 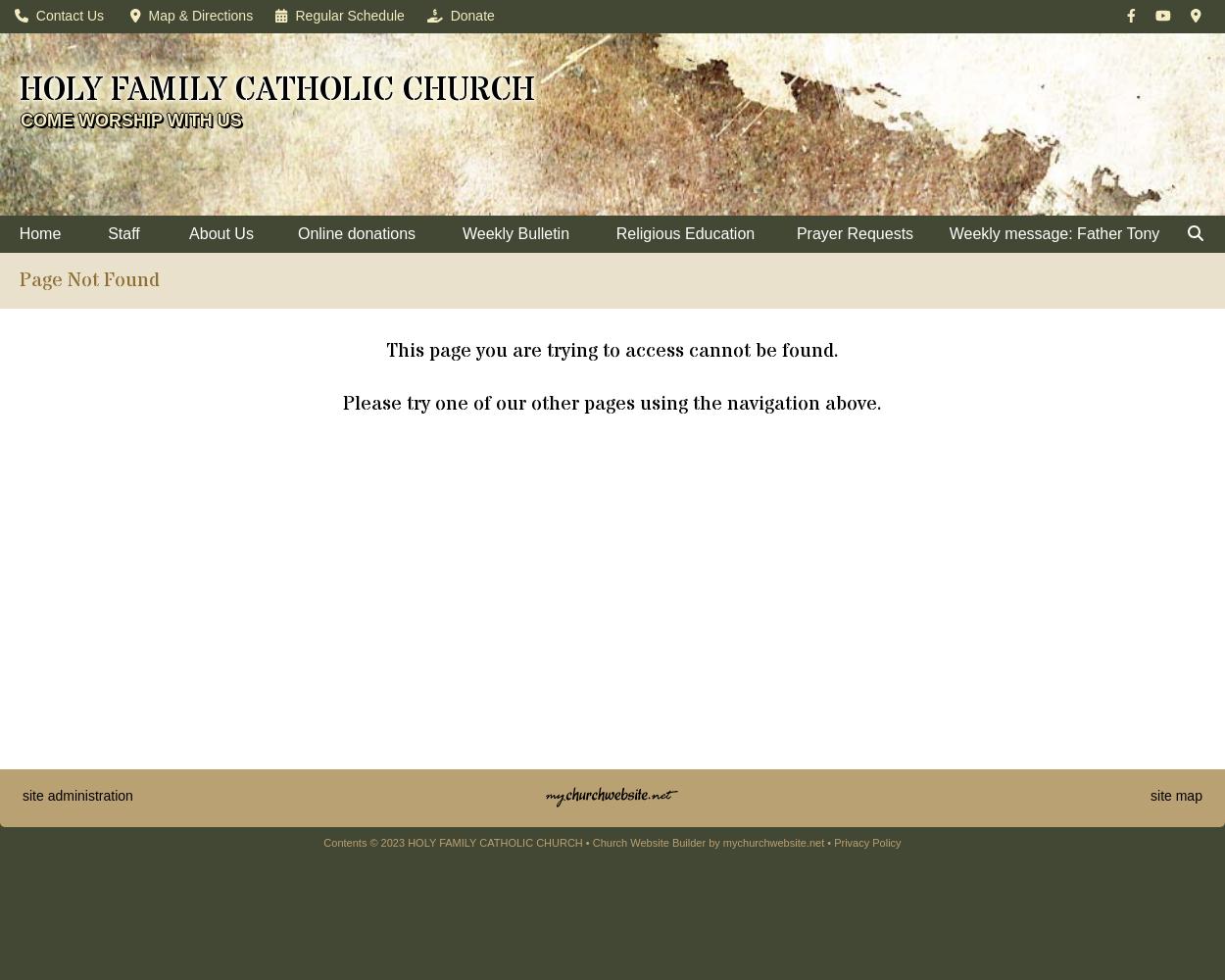 What do you see at coordinates (867, 842) in the screenshot?
I see `'Privacy Policy'` at bounding box center [867, 842].